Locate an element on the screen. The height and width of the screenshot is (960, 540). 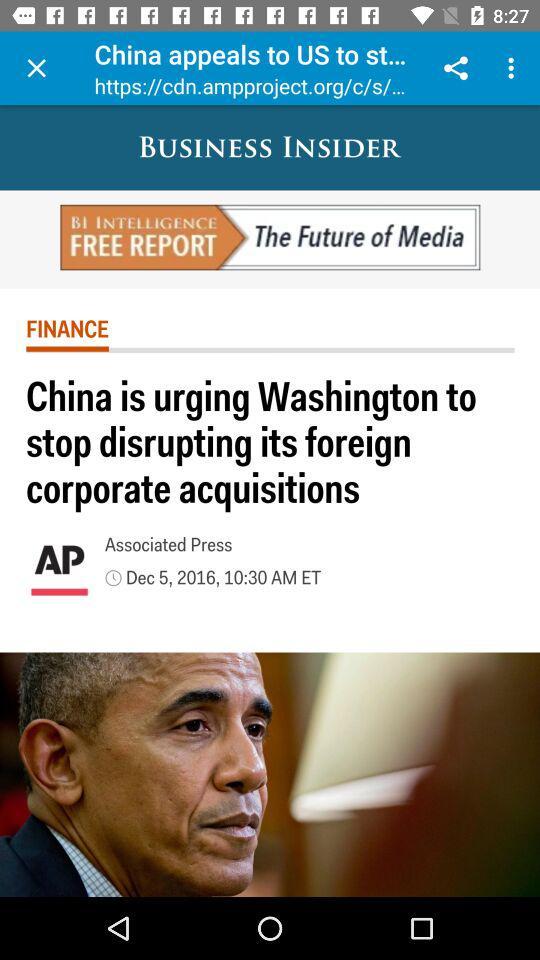
page is located at coordinates (36, 68).